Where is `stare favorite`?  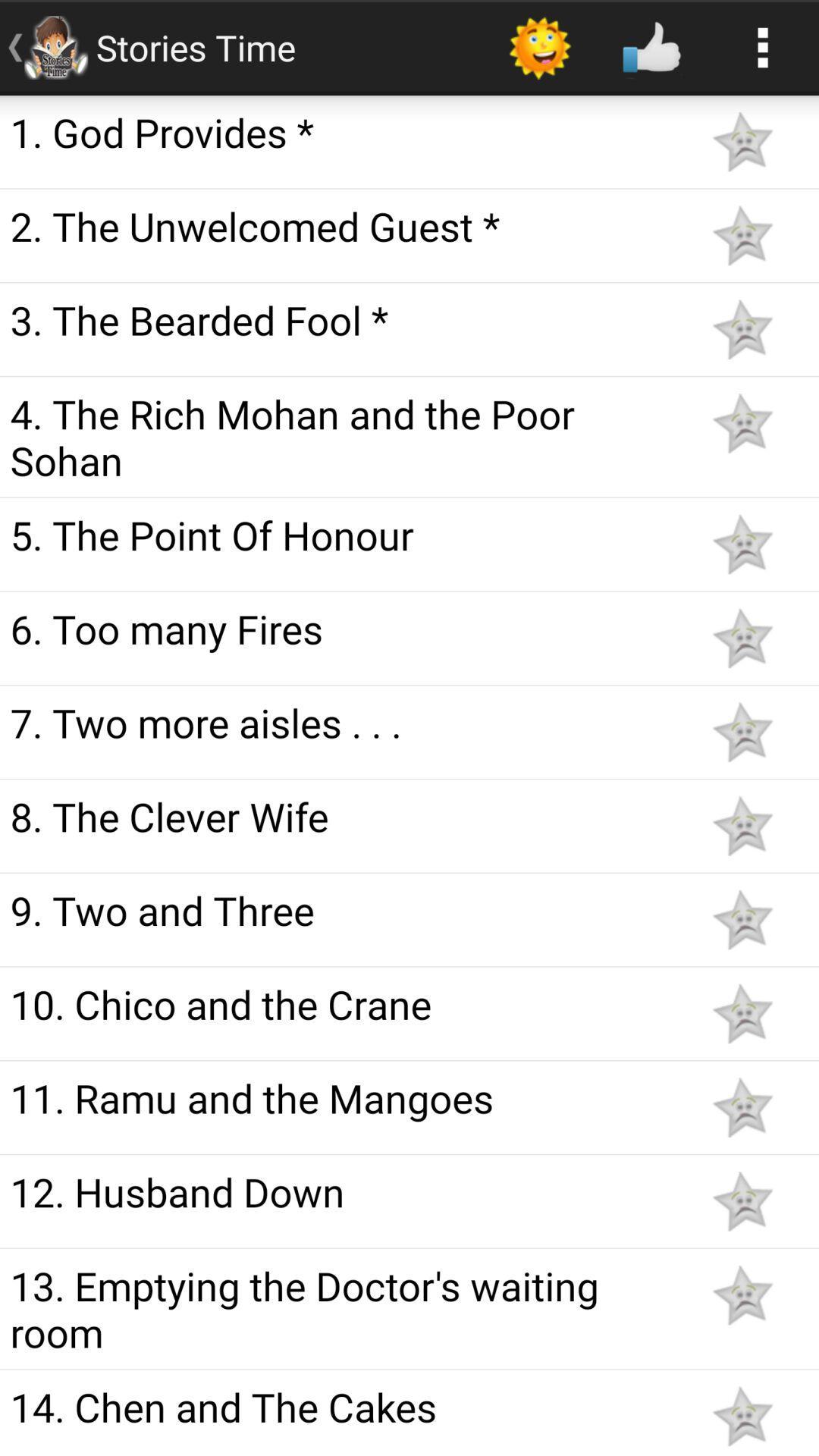 stare favorite is located at coordinates (742, 234).